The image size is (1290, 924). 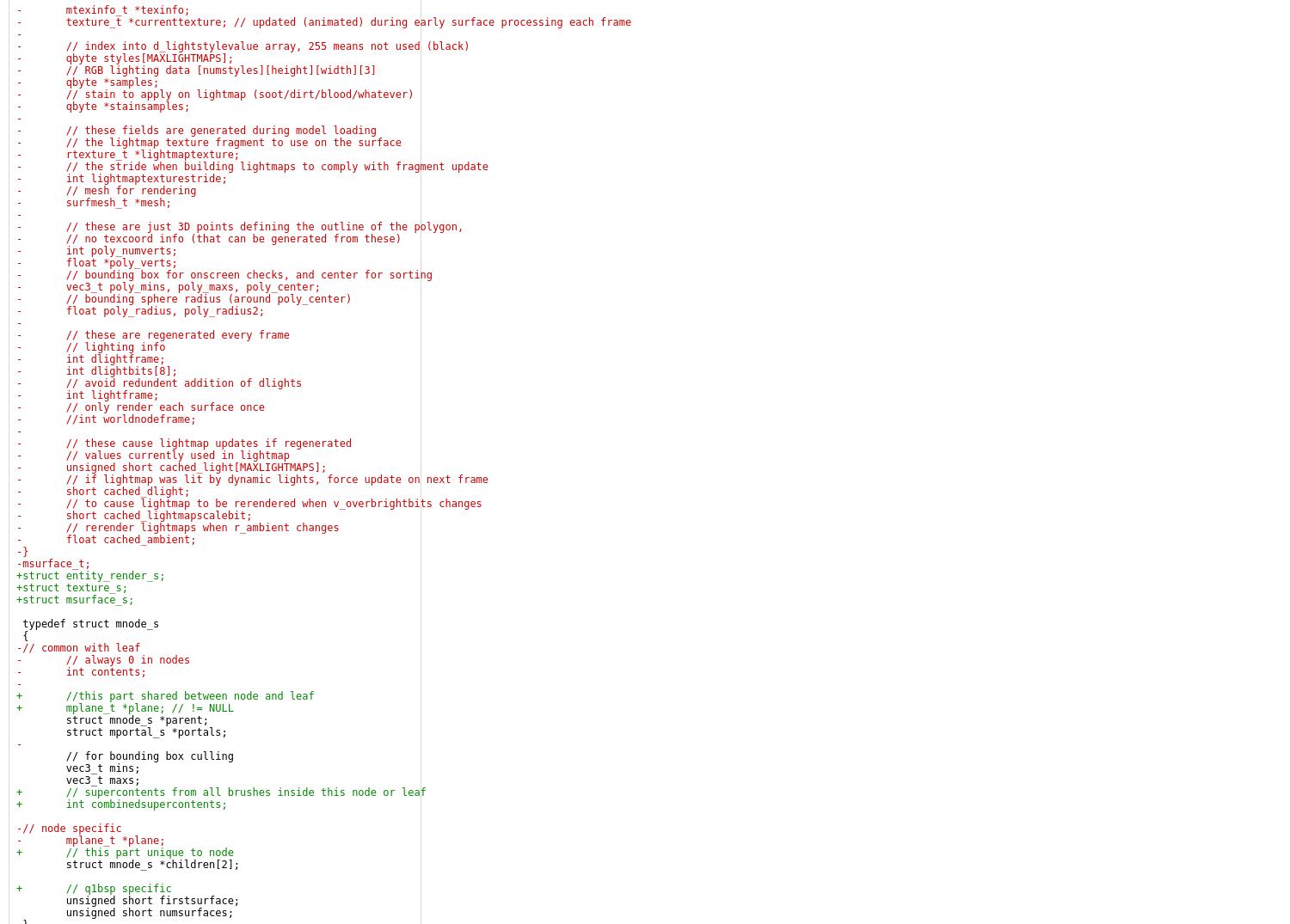 I want to click on '-       int lightmaptexturestride;', so click(x=121, y=178).